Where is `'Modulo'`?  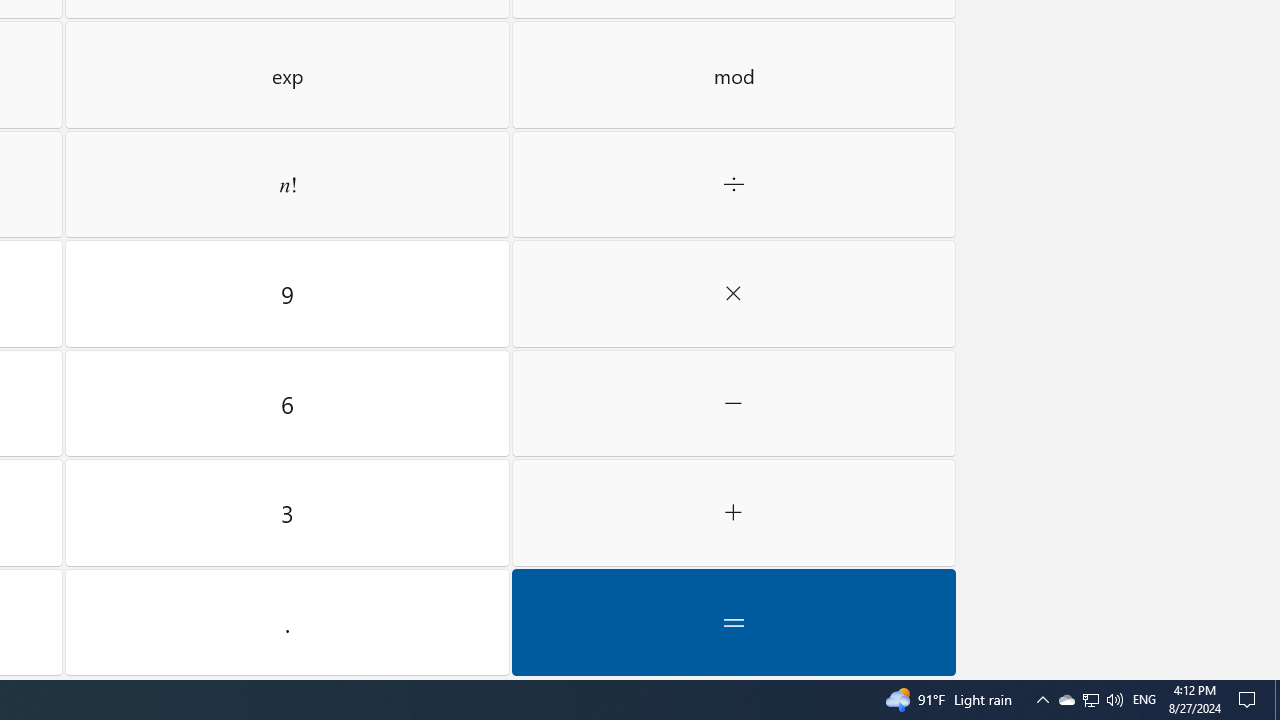
'Modulo' is located at coordinates (733, 73).